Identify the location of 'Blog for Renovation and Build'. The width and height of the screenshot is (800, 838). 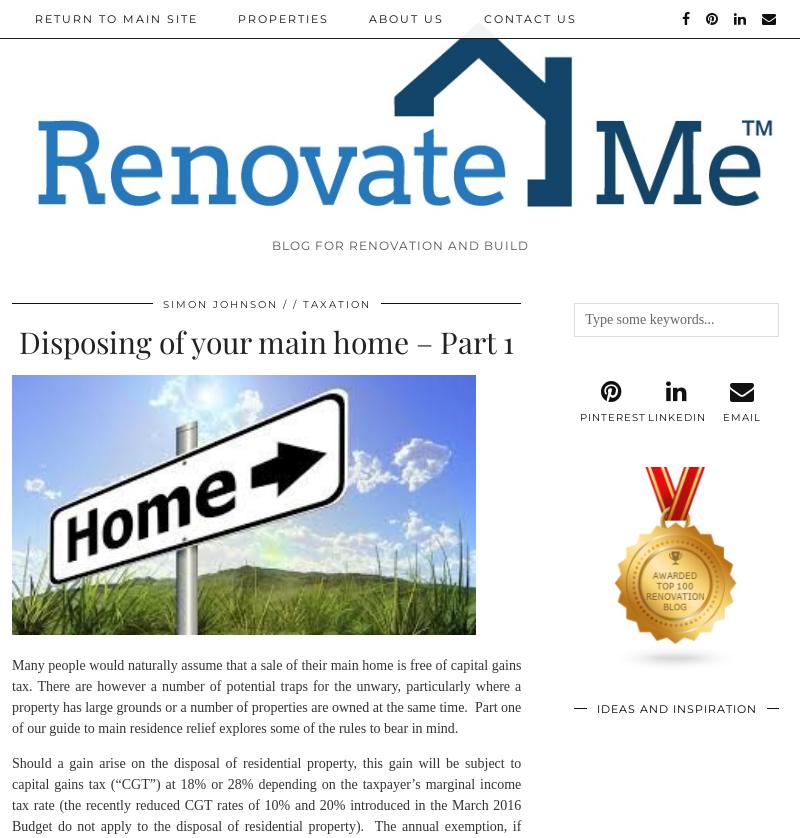
(270, 243).